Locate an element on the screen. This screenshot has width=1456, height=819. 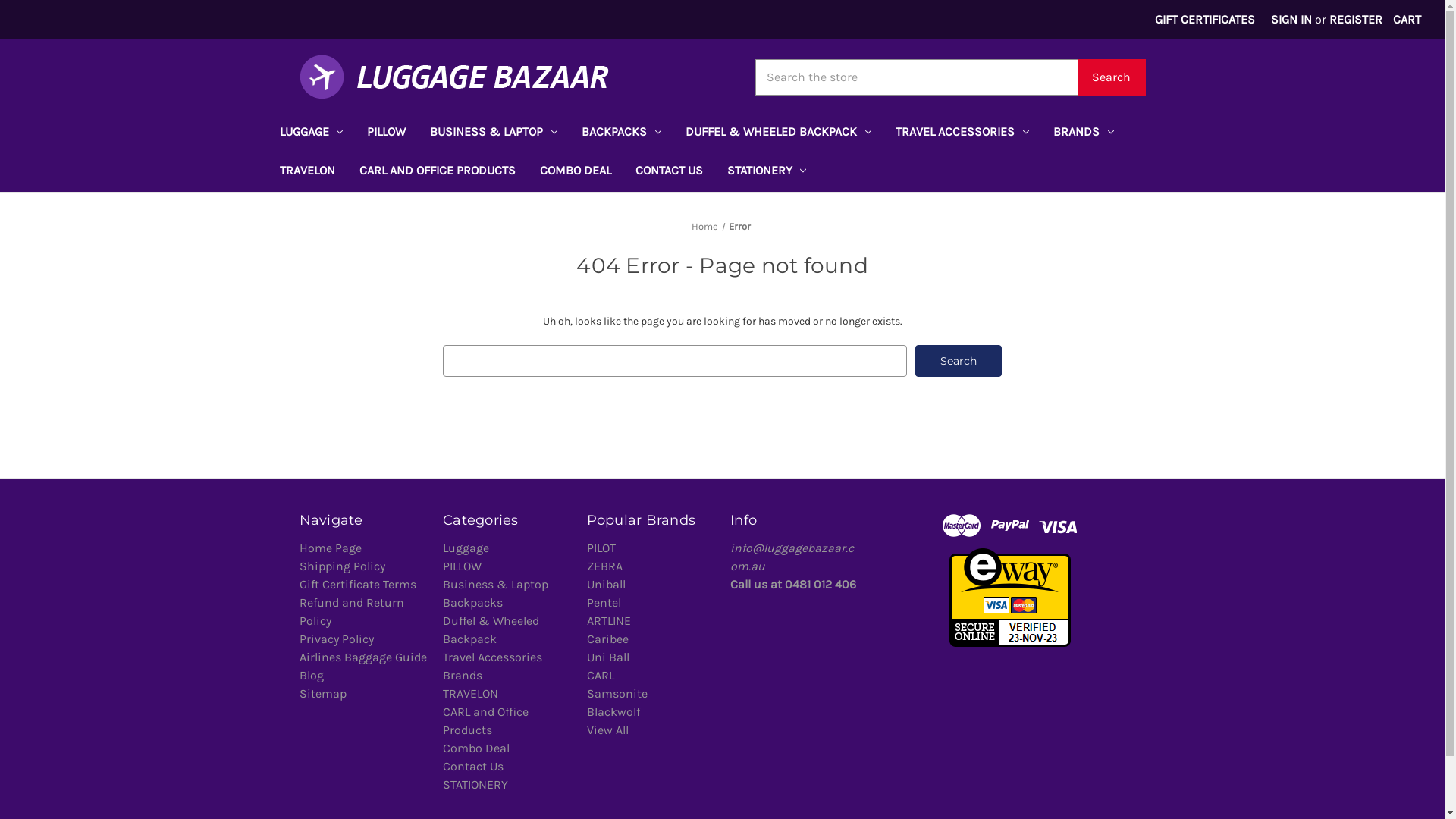
'Blog' is located at coordinates (298, 674).